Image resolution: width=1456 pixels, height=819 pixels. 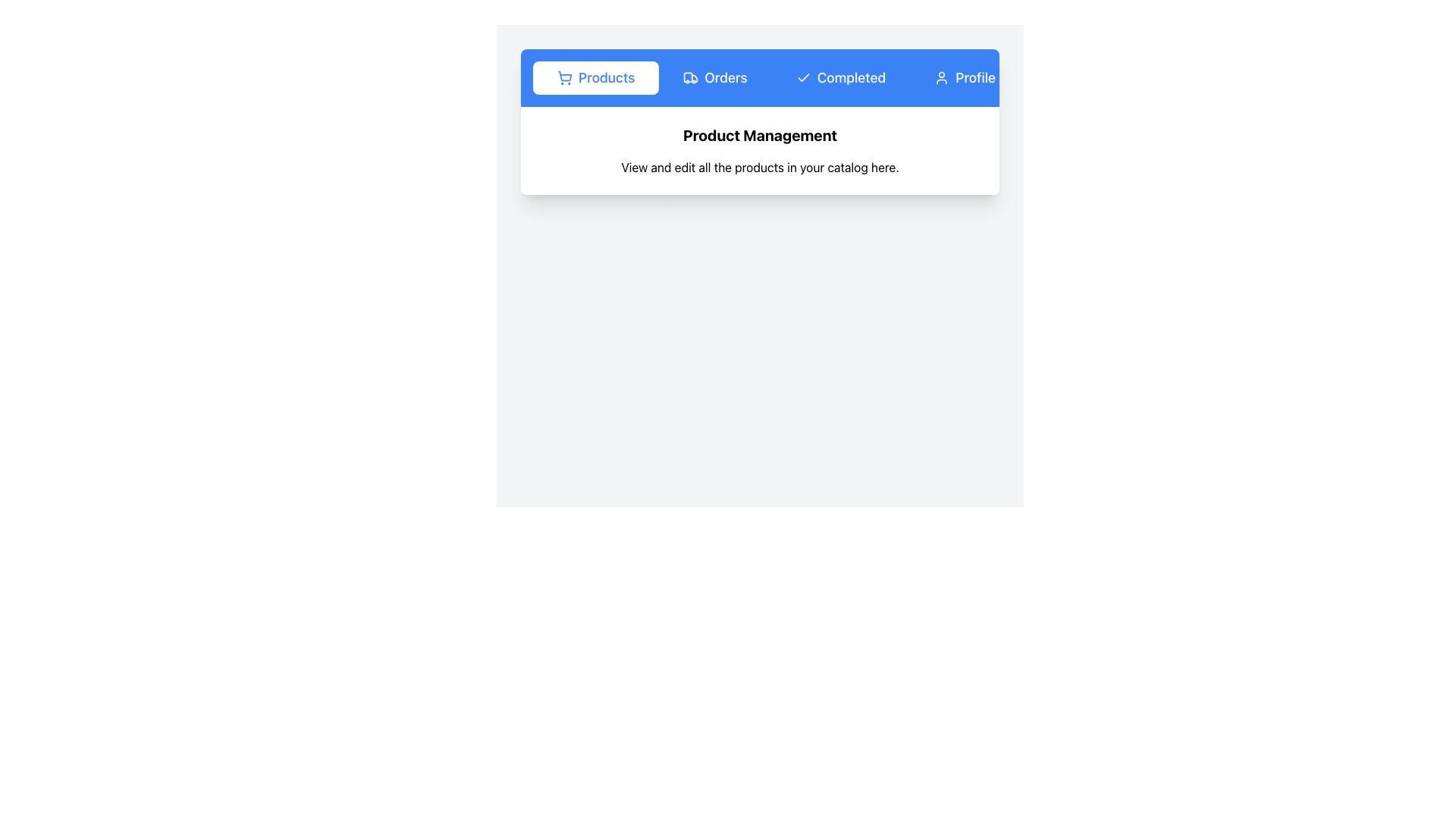 I want to click on instruction displayed in the text label that says 'View and edit all the products in your catalog here.' positioned centrally below 'Product Management.', so click(x=760, y=167).